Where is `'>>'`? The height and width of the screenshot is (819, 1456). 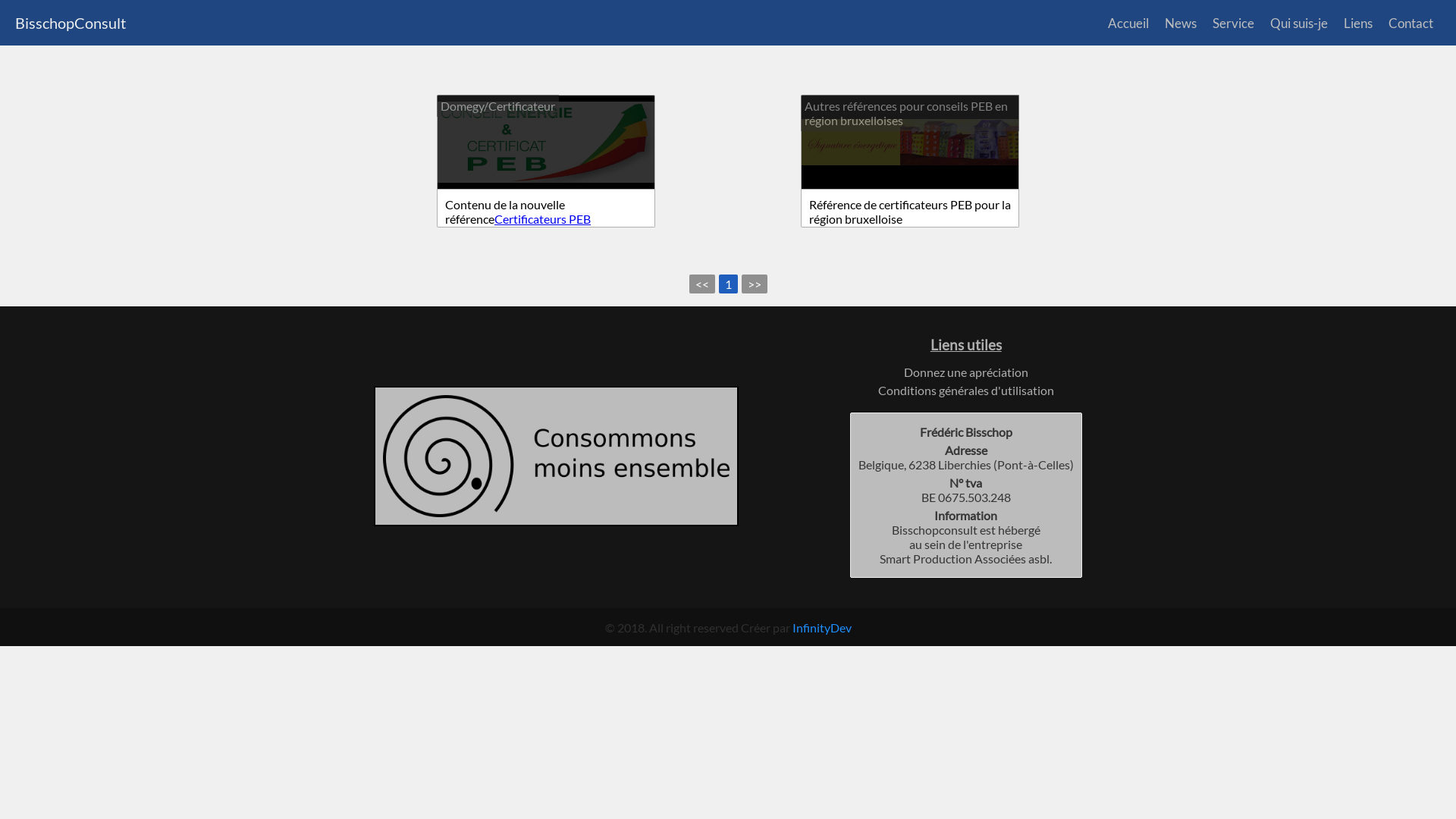
'>>' is located at coordinates (754, 284).